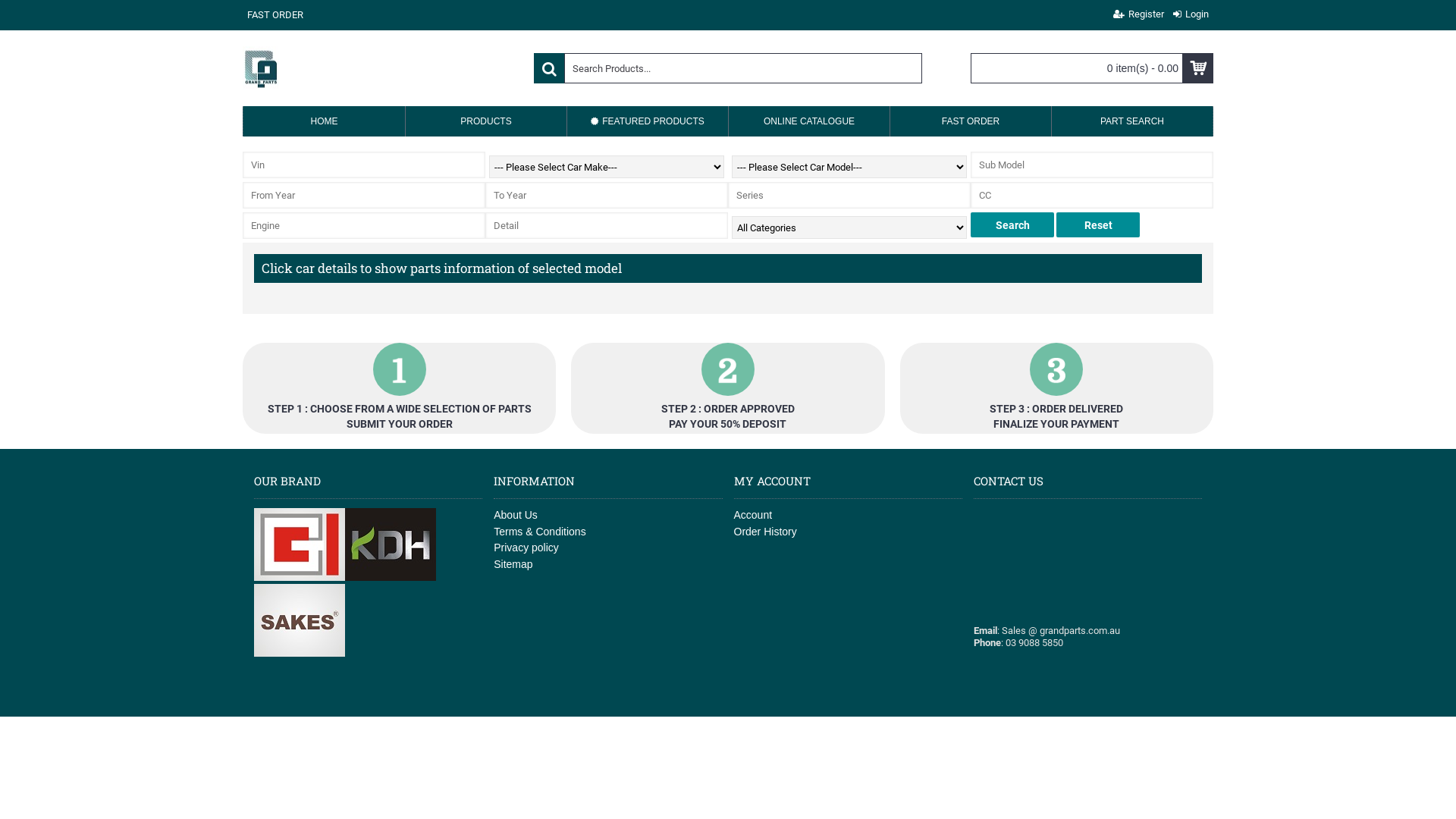  I want to click on 'GRAND PARTS PTY LTD', so click(262, 68).